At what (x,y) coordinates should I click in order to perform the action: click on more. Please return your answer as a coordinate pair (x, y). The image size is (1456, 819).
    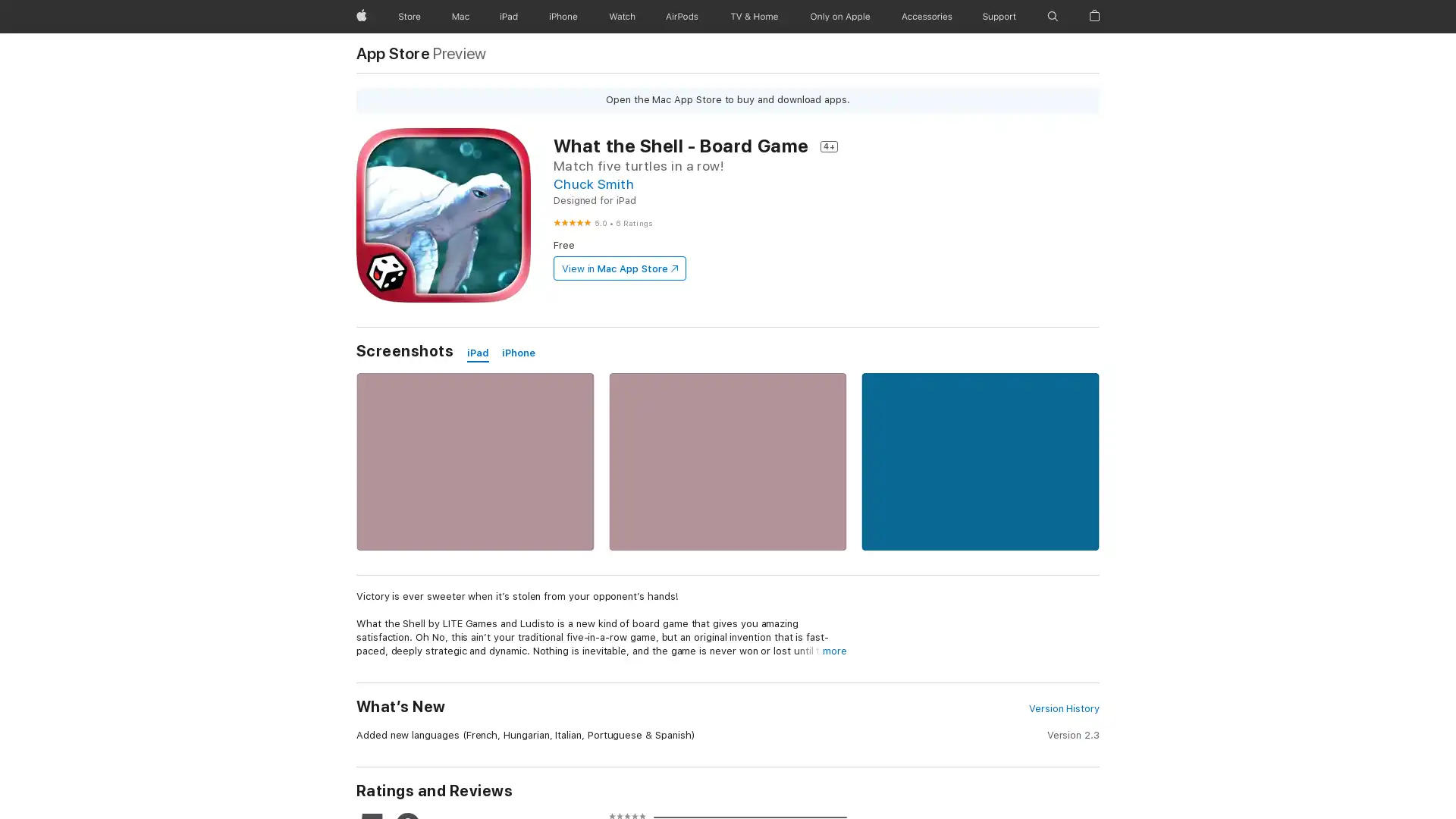
    Looking at the image, I should click on (833, 651).